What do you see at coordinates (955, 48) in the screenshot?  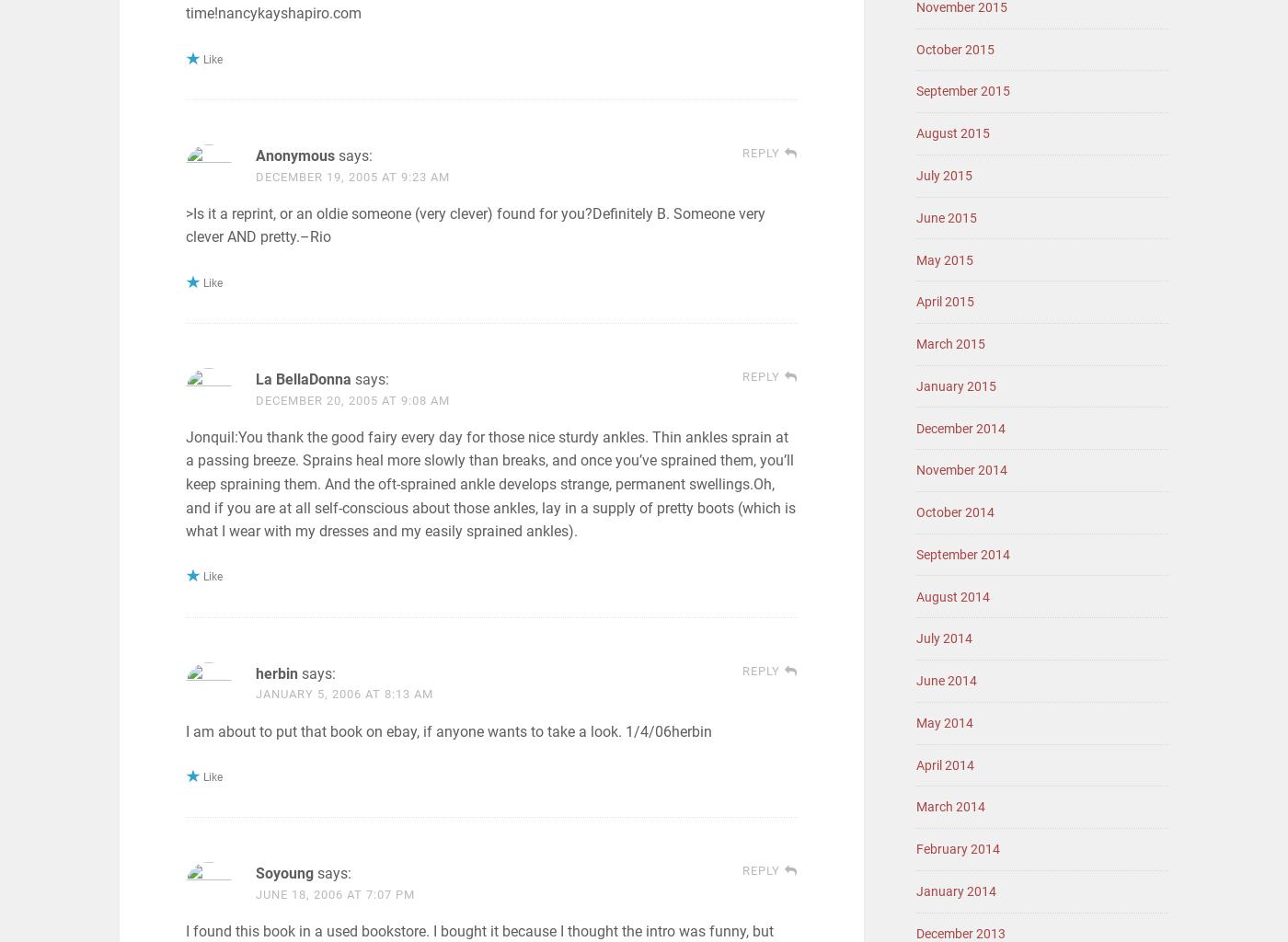 I see `'October 2015'` at bounding box center [955, 48].